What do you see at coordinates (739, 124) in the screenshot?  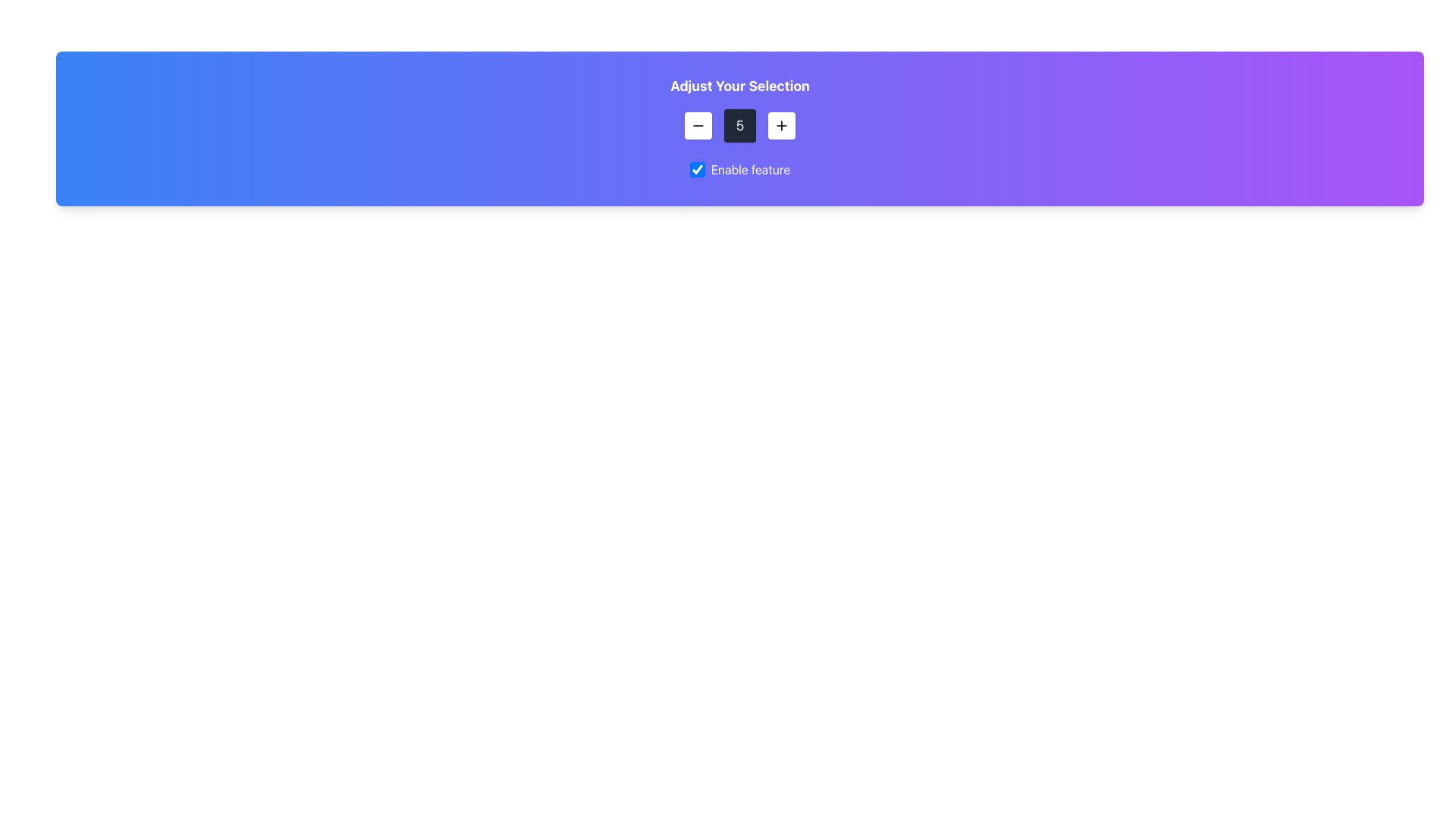 I see `the Display button labeled '5', which is centrally positioned under 'Adjust Your Selection', between the '+' and '-' buttons` at bounding box center [739, 124].